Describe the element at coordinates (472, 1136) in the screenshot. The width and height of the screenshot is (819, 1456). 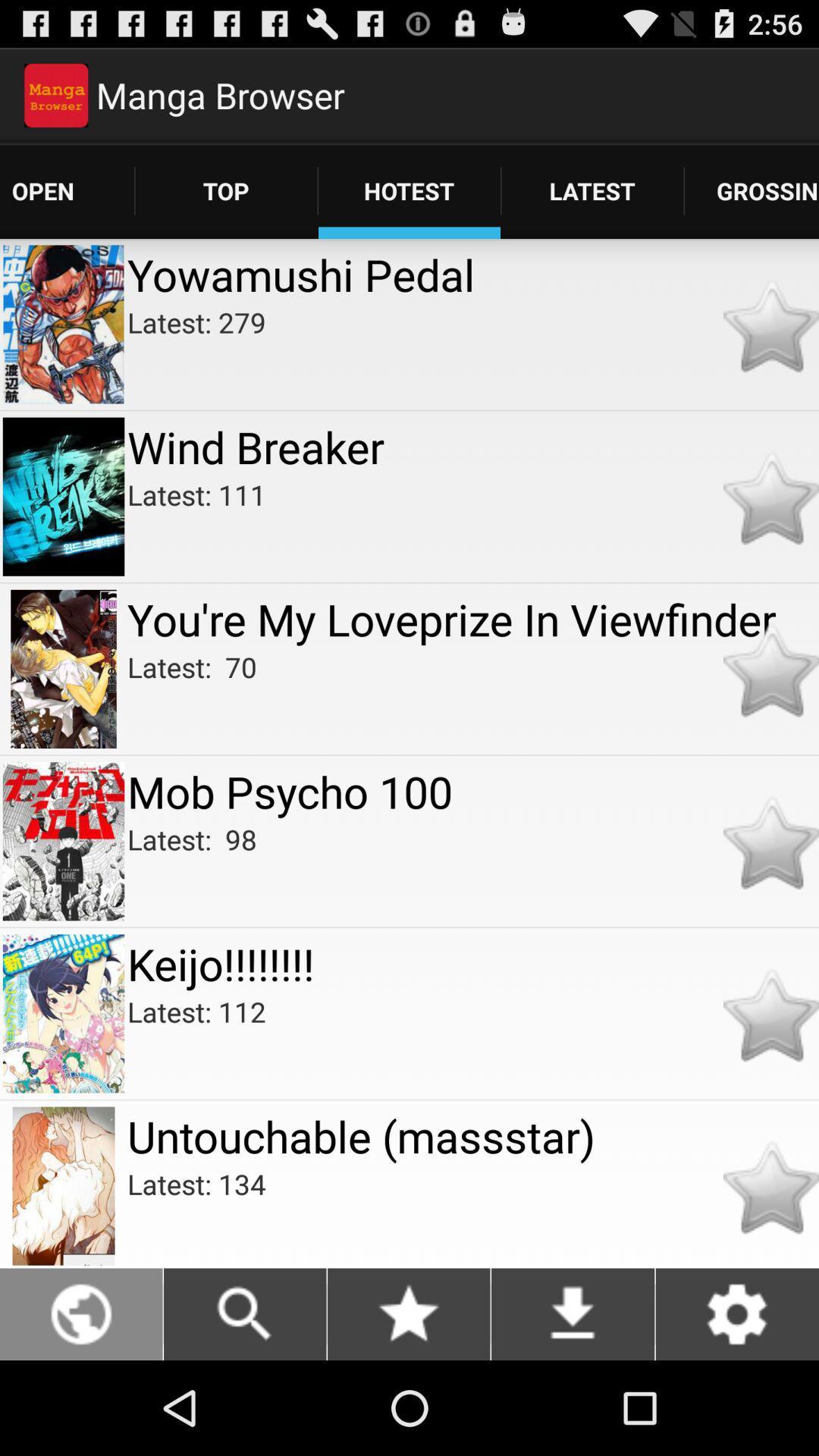
I see `the untouchable (massstar) item` at that location.